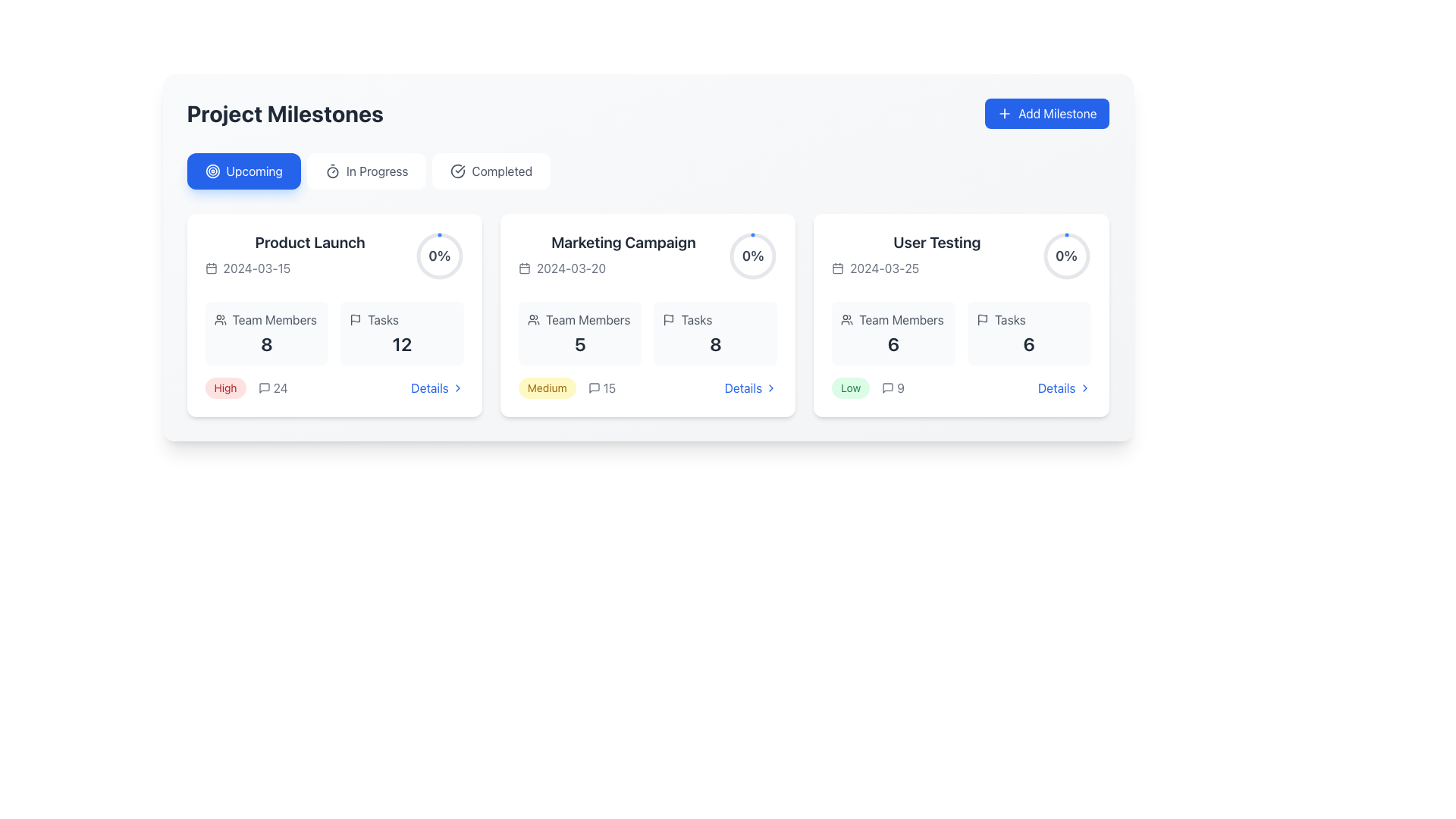 Image resolution: width=1456 pixels, height=819 pixels. Describe the element at coordinates (212, 171) in the screenshot. I see `the middle-sized circle of the target icon located within the blue button labeled 'Upcoming'` at that location.